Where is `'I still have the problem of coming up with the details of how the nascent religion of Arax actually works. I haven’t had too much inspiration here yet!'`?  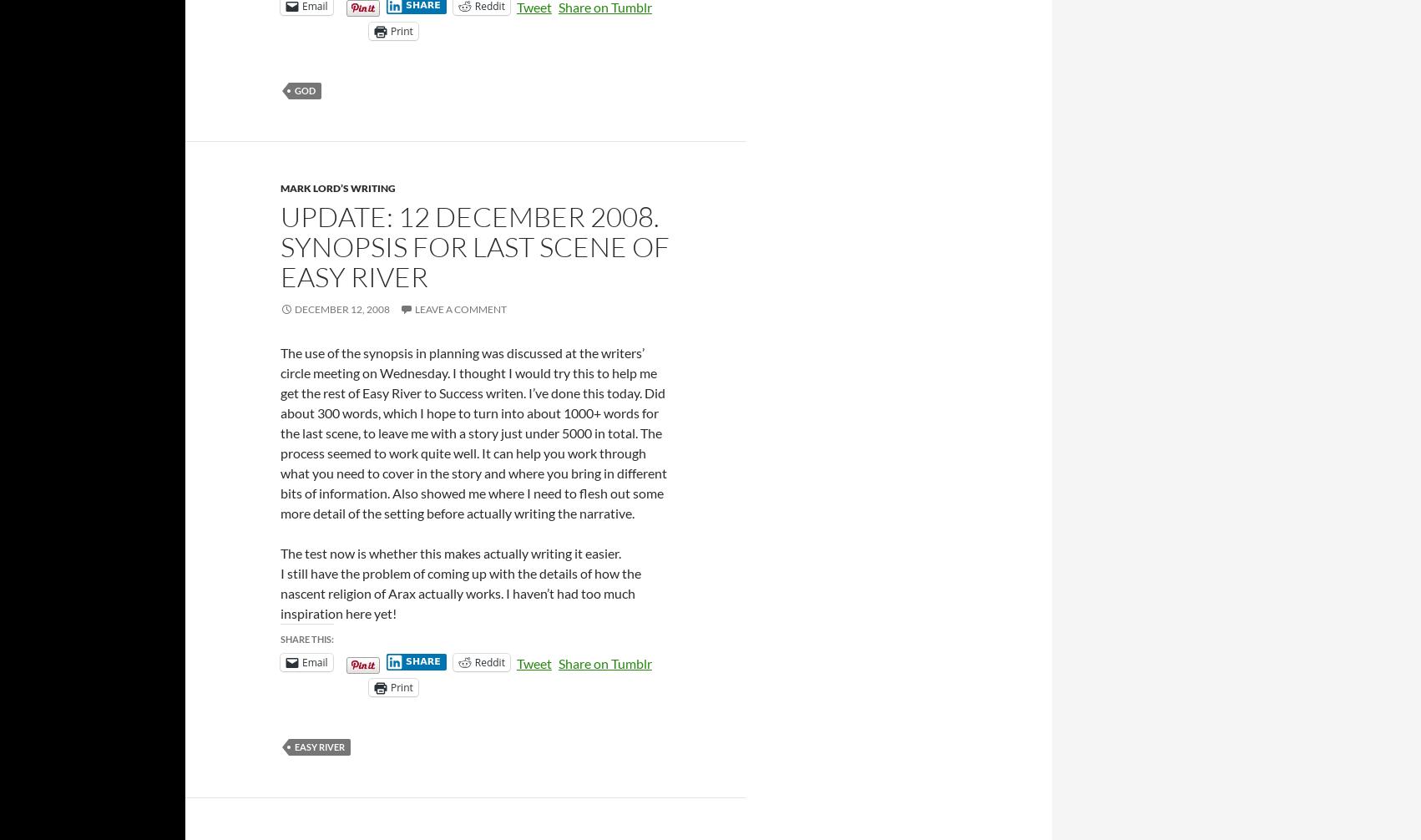 'I still have the problem of coming up with the details of how the nascent religion of Arax actually works. I haven’t had too much inspiration here yet!' is located at coordinates (459, 592).